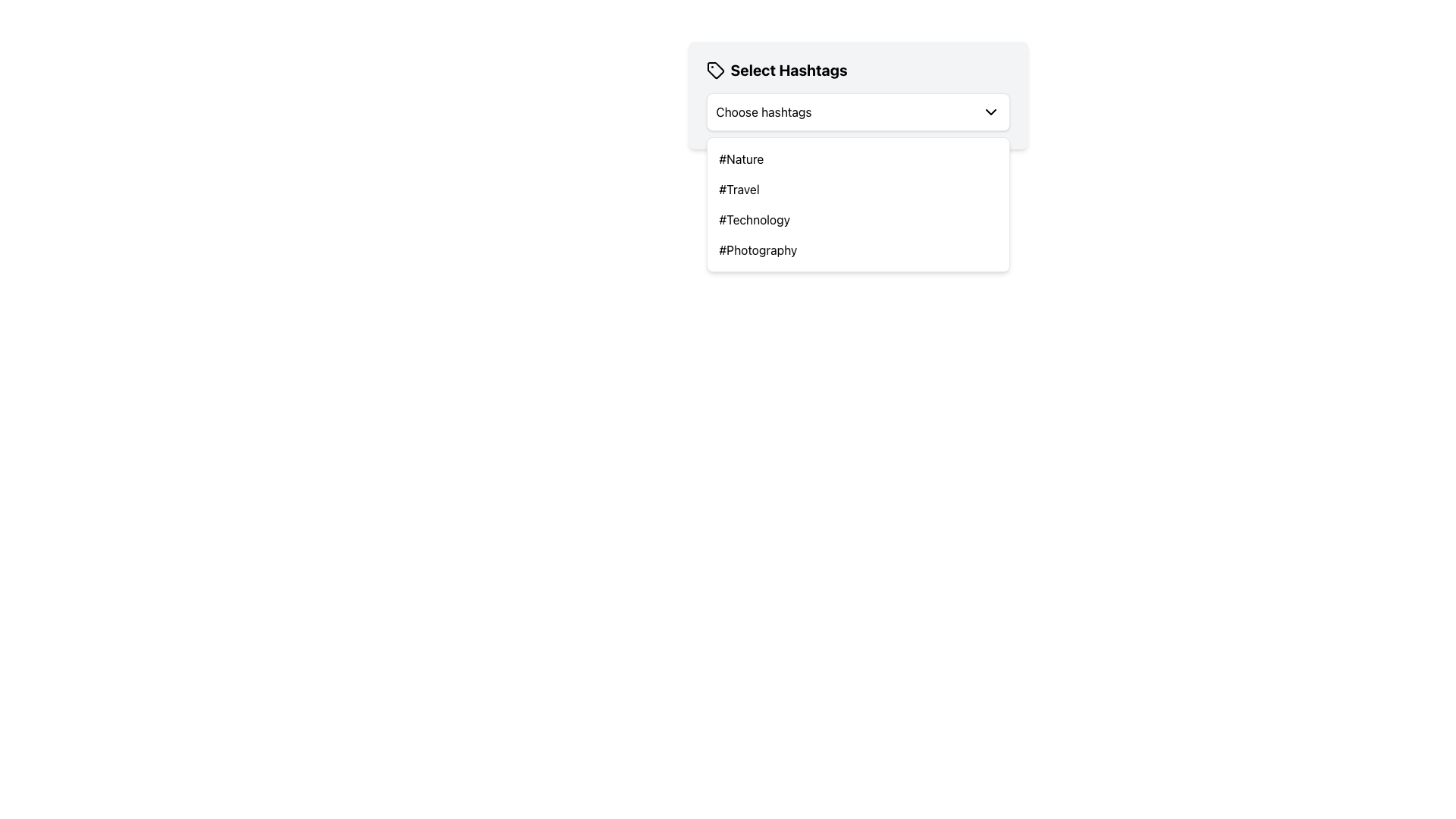 This screenshot has height=819, width=1456. What do you see at coordinates (858, 219) in the screenshot?
I see `to select the '#Technology' hashtag from the selectable list item located in the 'Select Hashtags' dropdown, which is the third item in the vertical list` at bounding box center [858, 219].